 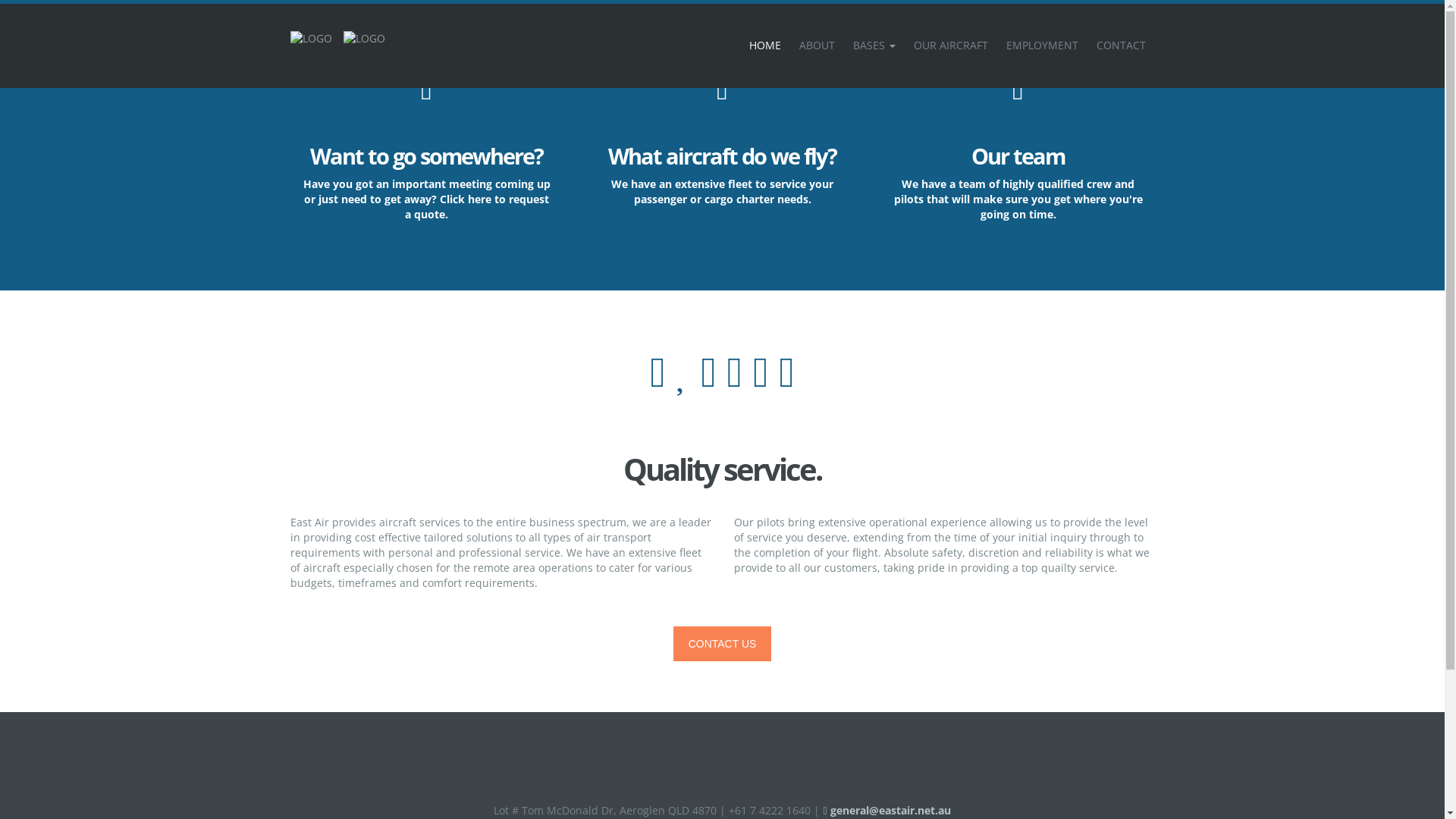 I want to click on 'BASES', so click(x=874, y=45).